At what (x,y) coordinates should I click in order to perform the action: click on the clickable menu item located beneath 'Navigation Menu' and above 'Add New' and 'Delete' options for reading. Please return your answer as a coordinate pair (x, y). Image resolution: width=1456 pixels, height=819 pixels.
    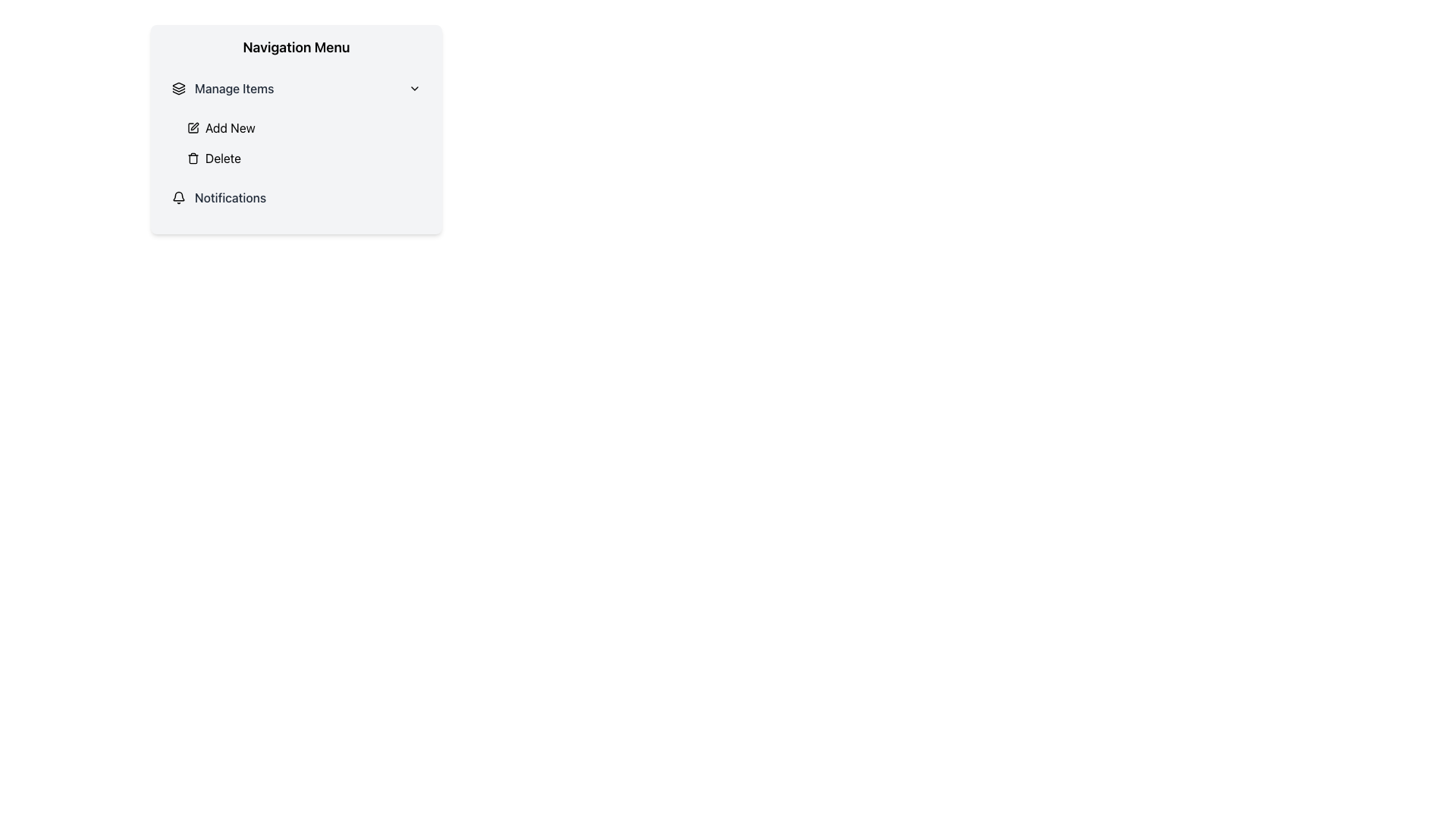
    Looking at the image, I should click on (222, 88).